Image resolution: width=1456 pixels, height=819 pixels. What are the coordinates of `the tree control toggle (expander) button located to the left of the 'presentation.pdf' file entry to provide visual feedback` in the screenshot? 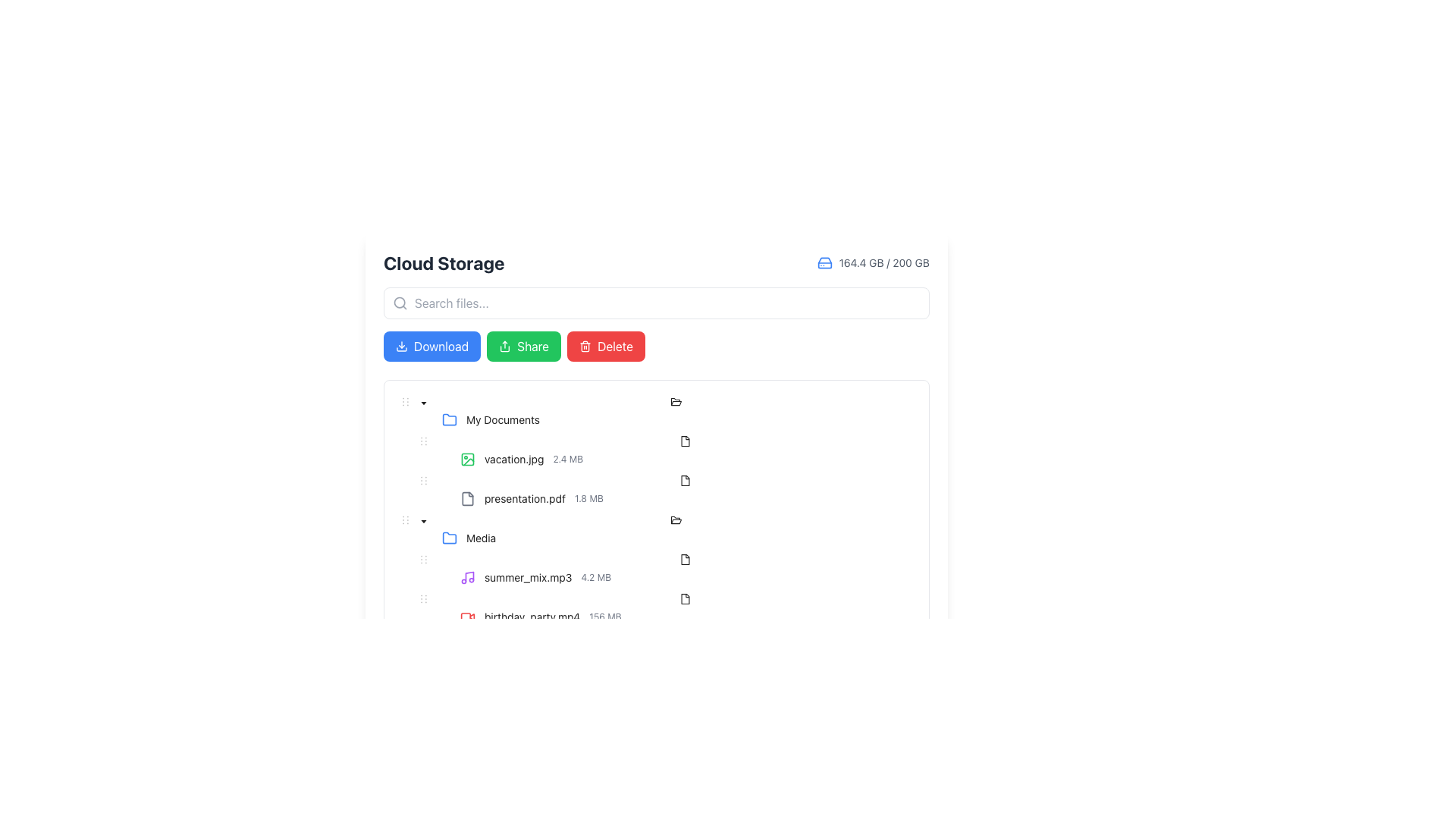 It's located at (441, 489).